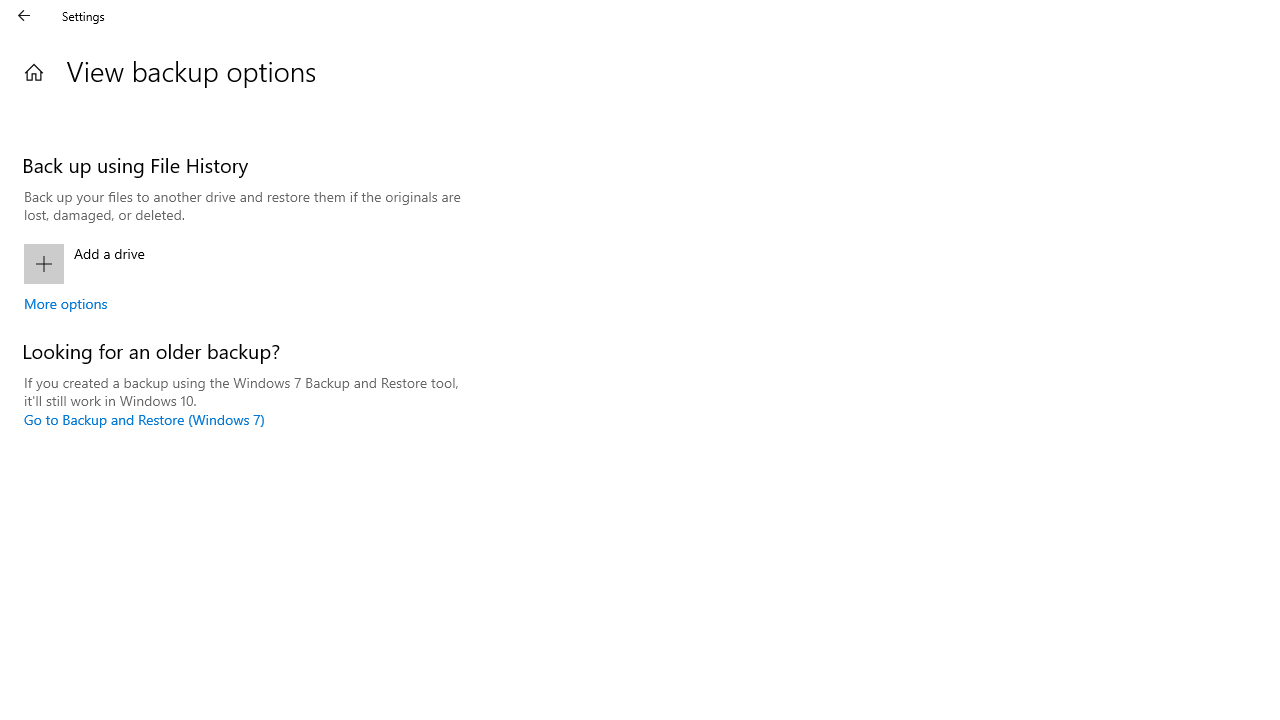 The height and width of the screenshot is (720, 1280). Describe the element at coordinates (24, 15) in the screenshot. I see `'Back'` at that location.